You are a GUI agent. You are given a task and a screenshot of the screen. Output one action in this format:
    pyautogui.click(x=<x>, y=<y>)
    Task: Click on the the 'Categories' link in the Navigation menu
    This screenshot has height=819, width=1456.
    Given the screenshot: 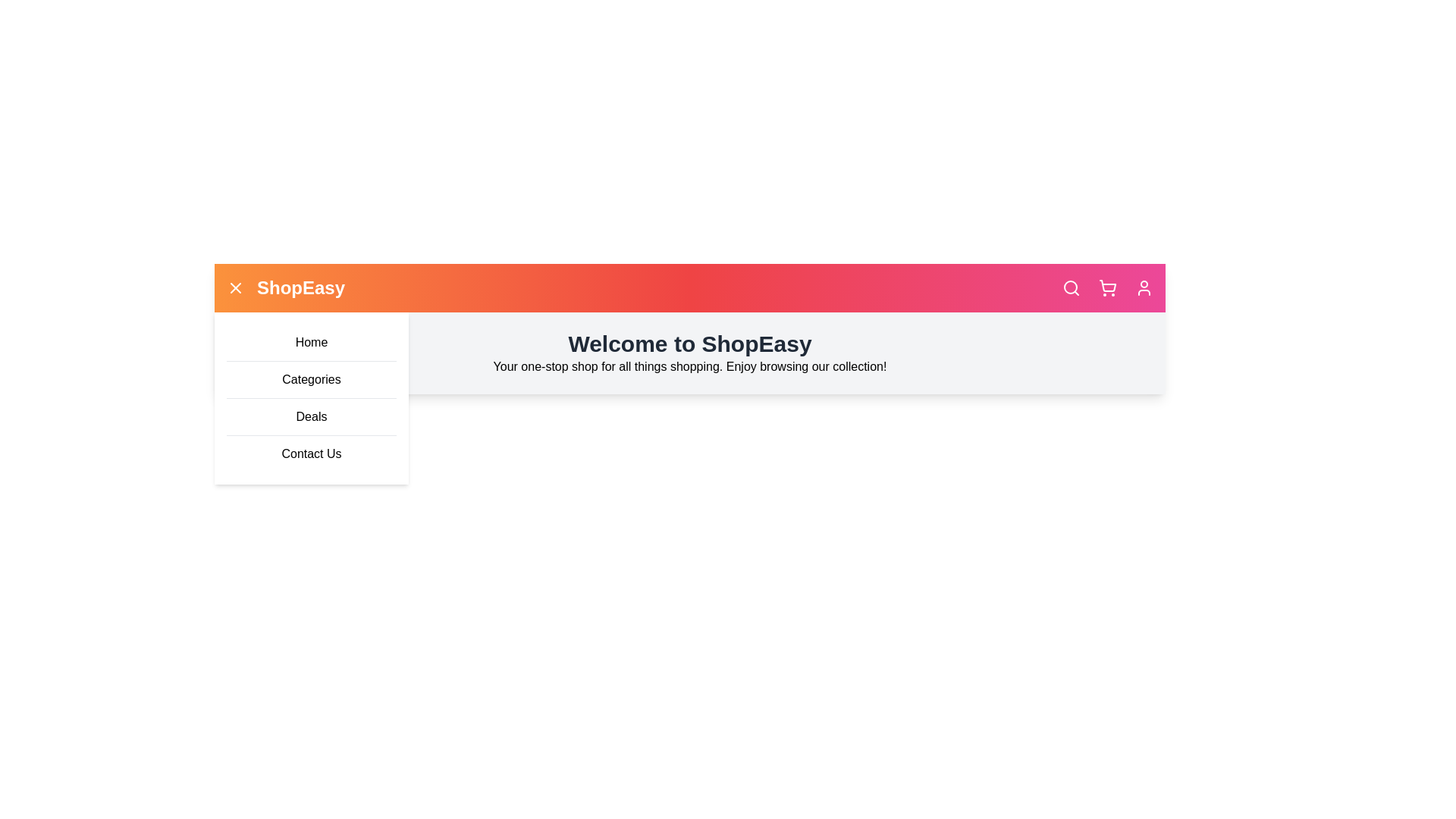 What is the action you would take?
    pyautogui.click(x=311, y=397)
    